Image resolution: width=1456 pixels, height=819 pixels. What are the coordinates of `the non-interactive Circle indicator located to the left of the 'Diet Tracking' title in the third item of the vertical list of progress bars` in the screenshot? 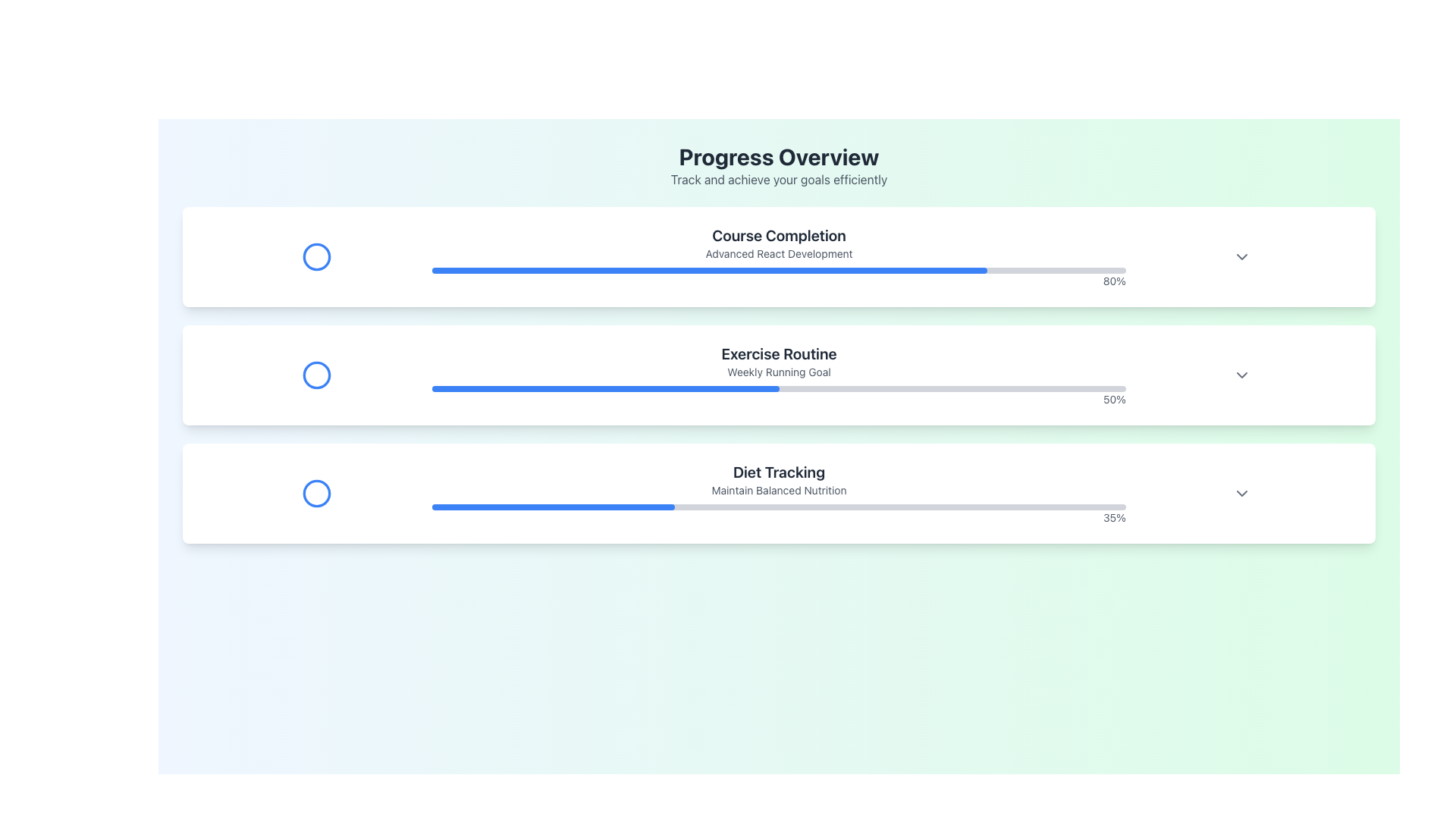 It's located at (315, 494).